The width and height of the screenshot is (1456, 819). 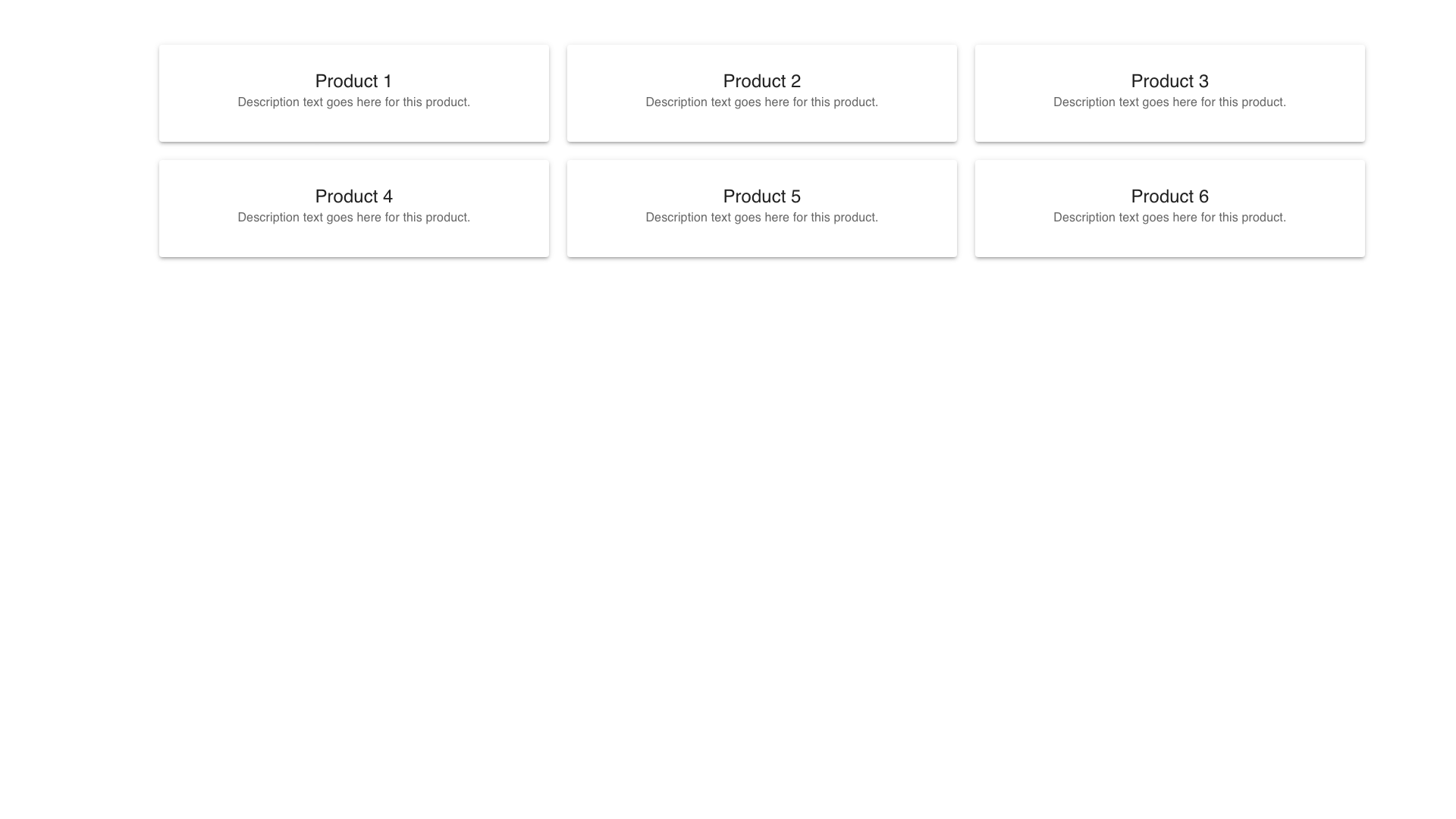 I want to click on the product information card located at the top-left corner of the grid layout, so click(x=353, y=93).